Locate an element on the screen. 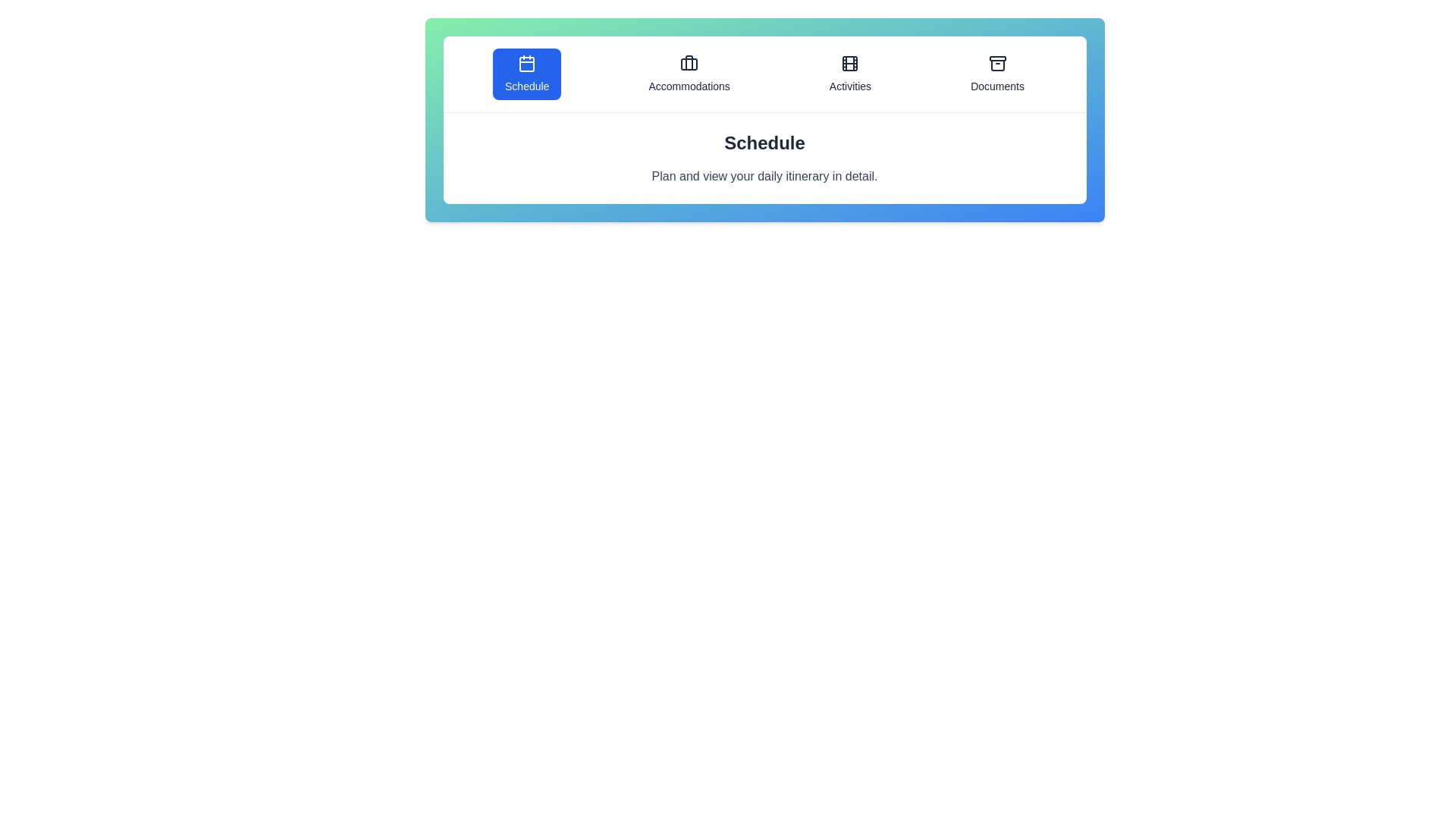 This screenshot has height=819, width=1456. the tab icon labeled Schedule to display its tooltip is located at coordinates (527, 74).